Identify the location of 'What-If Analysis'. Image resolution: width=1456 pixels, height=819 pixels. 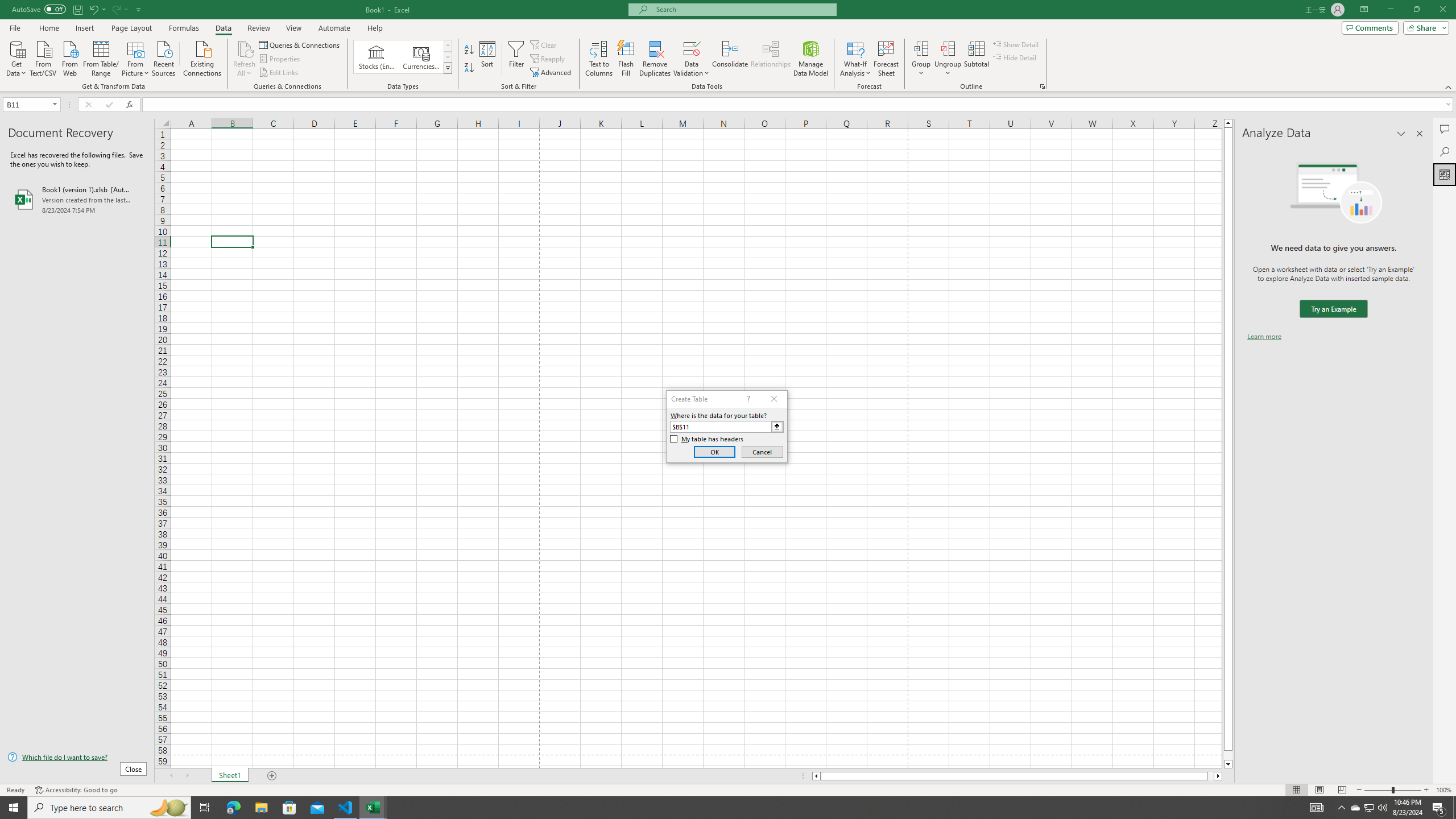
(855, 59).